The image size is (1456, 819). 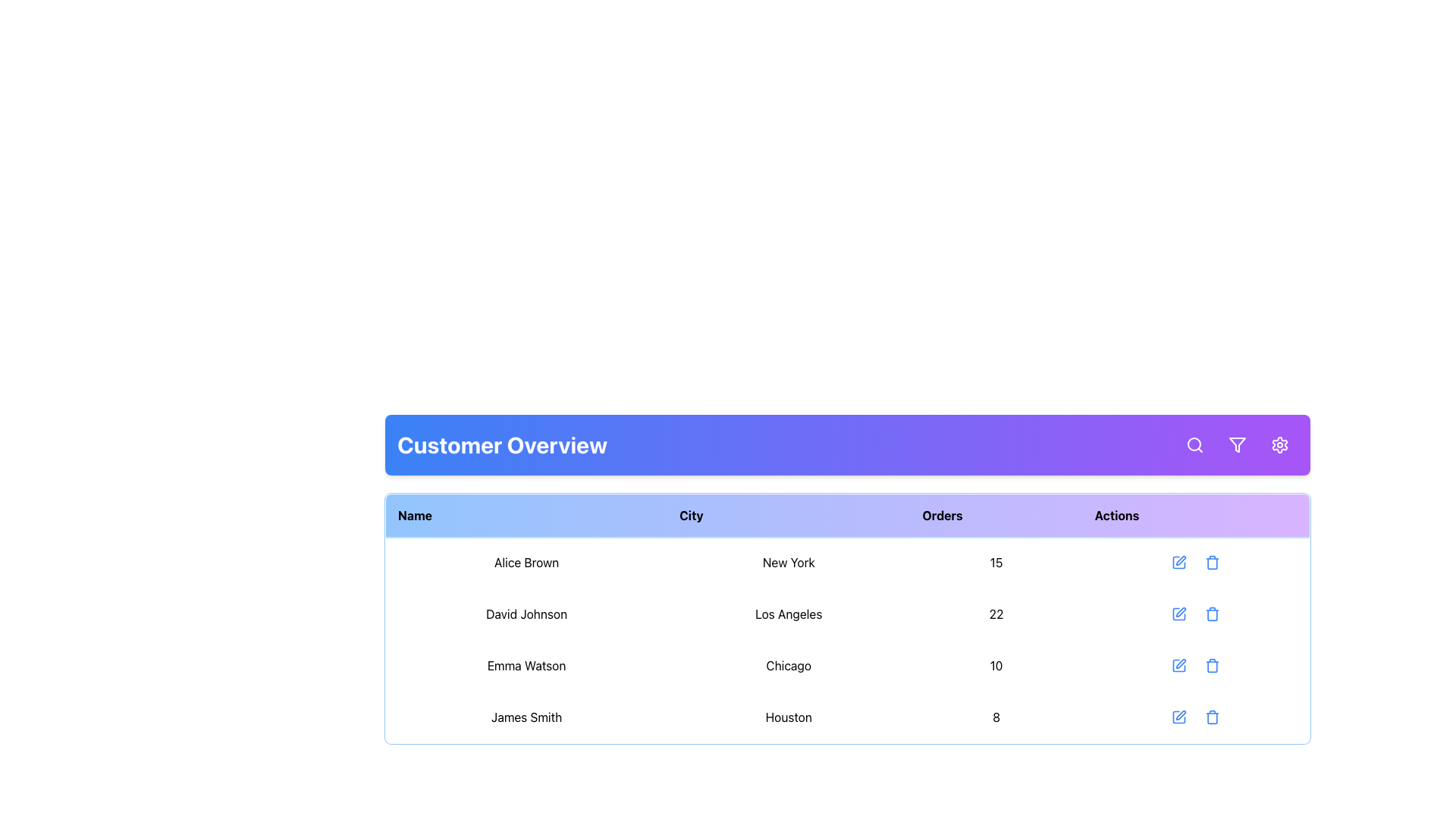 I want to click on the trash icon button located in the Actions column of the third row in the main data table, which is styled in blue and represents a delete action, so click(x=1212, y=665).